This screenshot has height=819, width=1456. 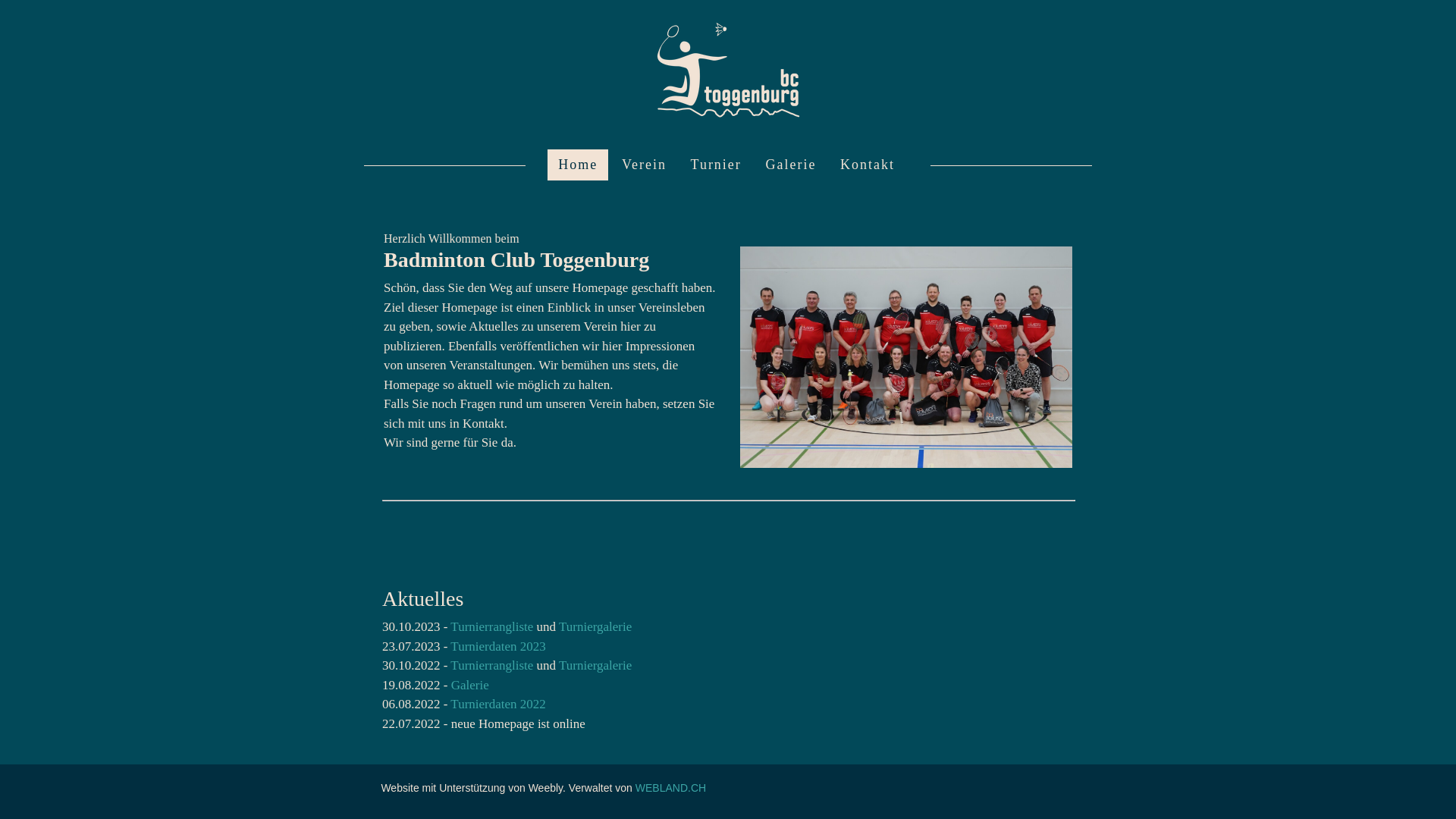 What do you see at coordinates (670, 786) in the screenshot?
I see `'WEBLAND.CH'` at bounding box center [670, 786].